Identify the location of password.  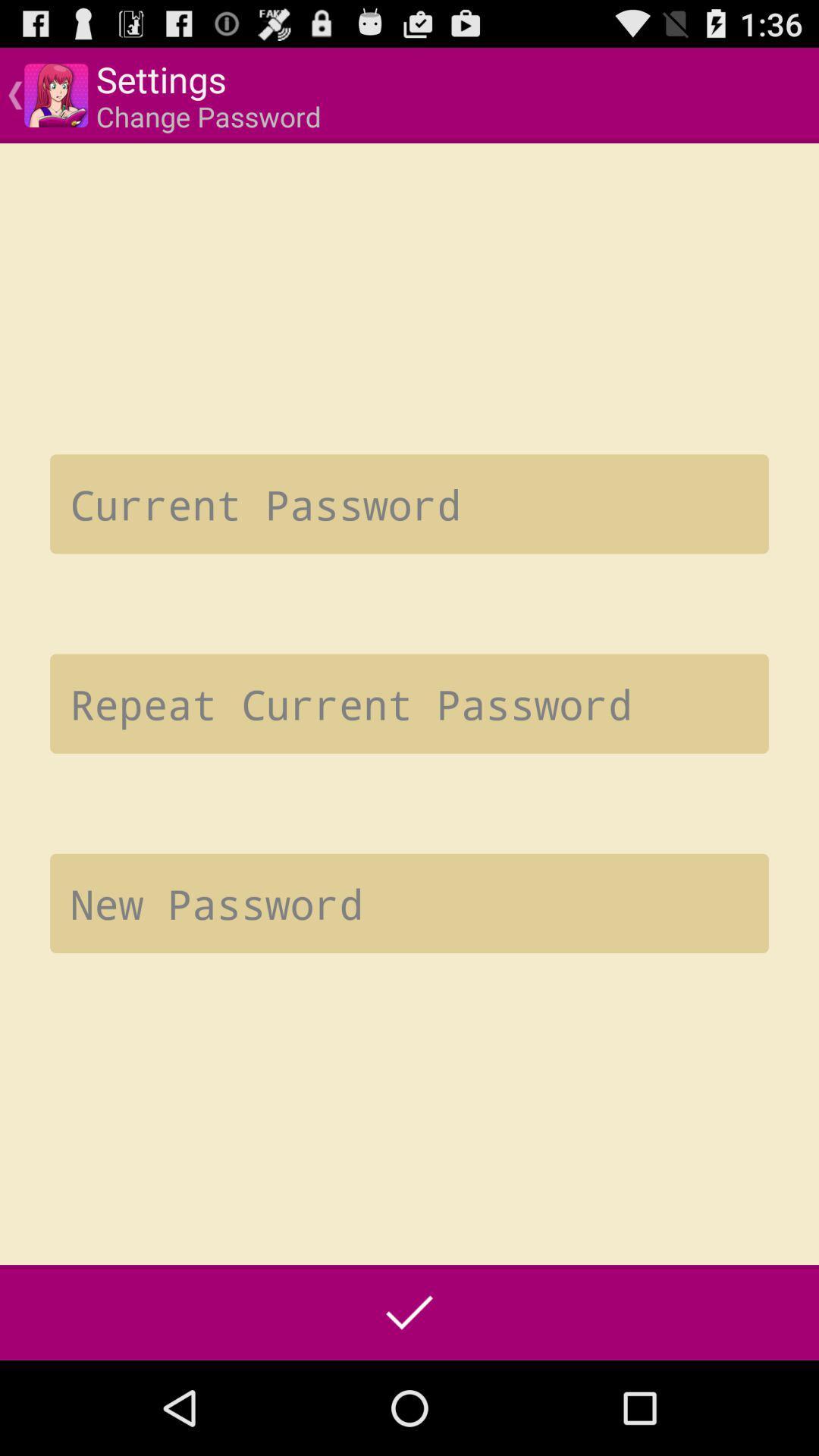
(409, 504).